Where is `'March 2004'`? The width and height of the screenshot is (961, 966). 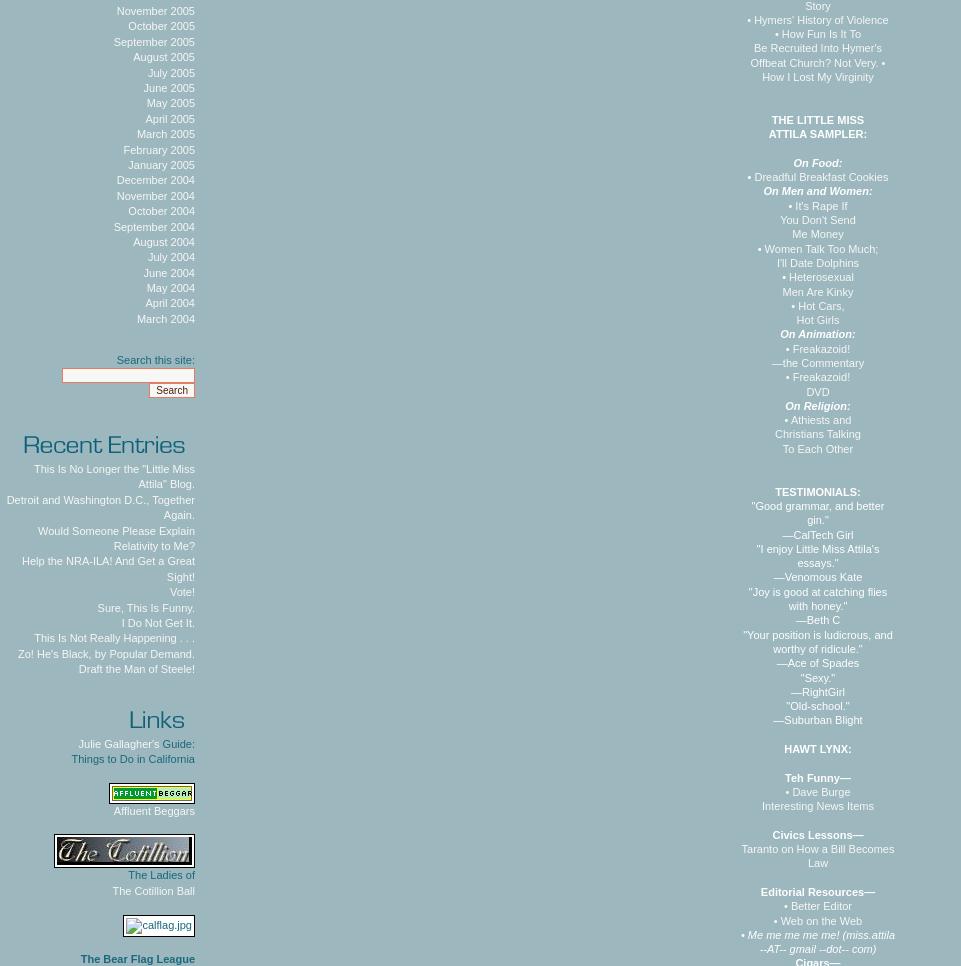
'March 2004' is located at coordinates (134, 318).